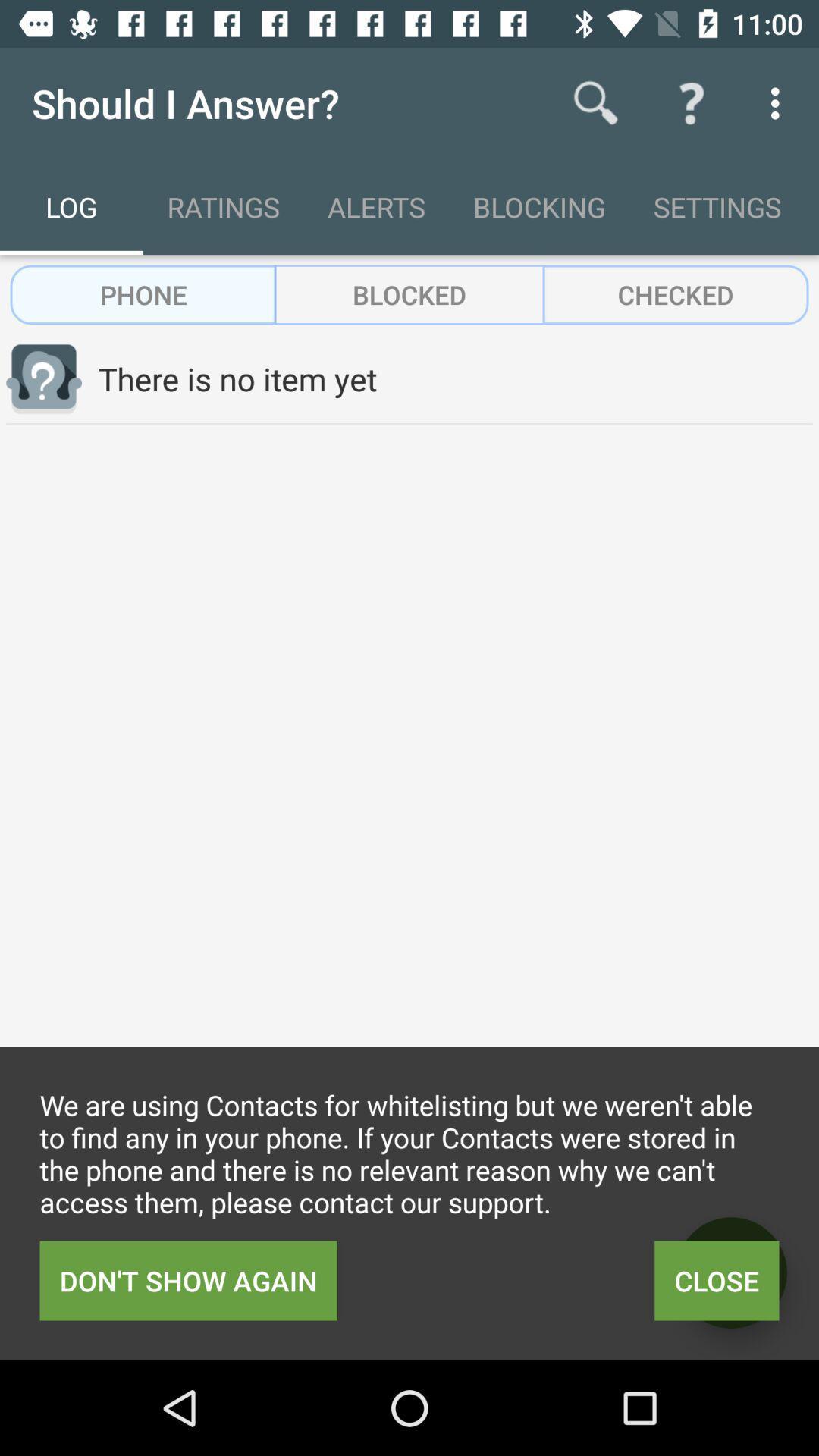 Image resolution: width=819 pixels, height=1456 pixels. I want to click on item below the we are using item, so click(717, 1280).